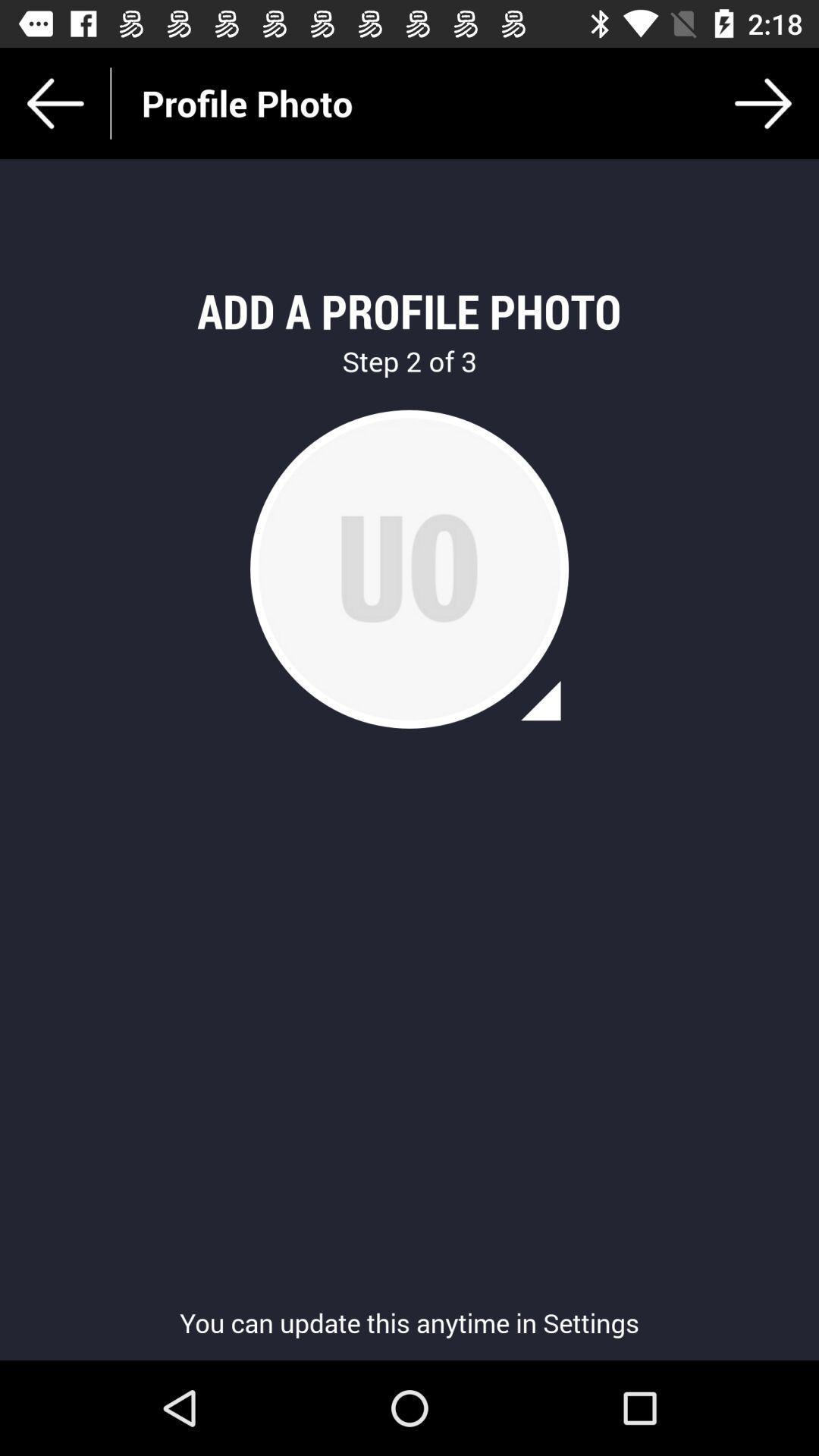 The width and height of the screenshot is (819, 1456). What do you see at coordinates (763, 102) in the screenshot?
I see `the arrow_forward icon` at bounding box center [763, 102].